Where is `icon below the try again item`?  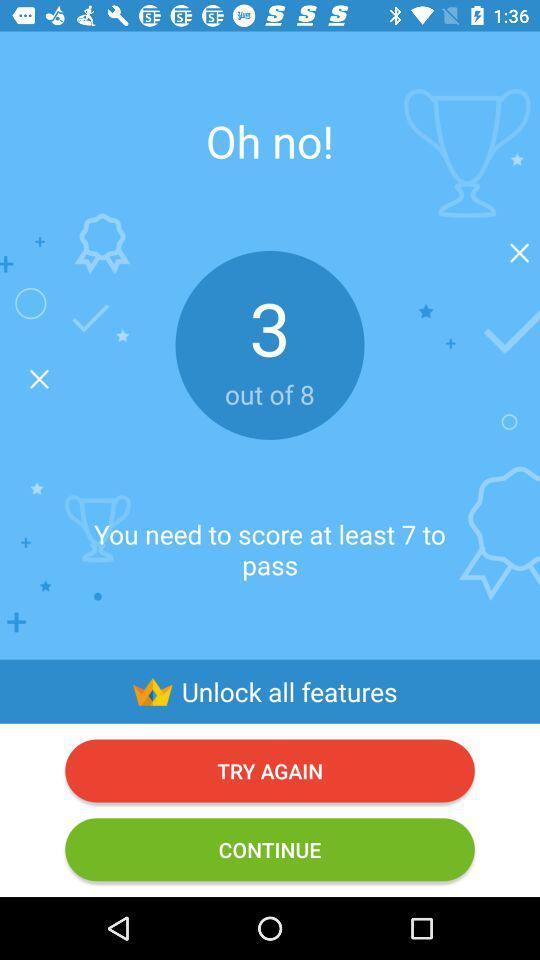 icon below the try again item is located at coordinates (270, 848).